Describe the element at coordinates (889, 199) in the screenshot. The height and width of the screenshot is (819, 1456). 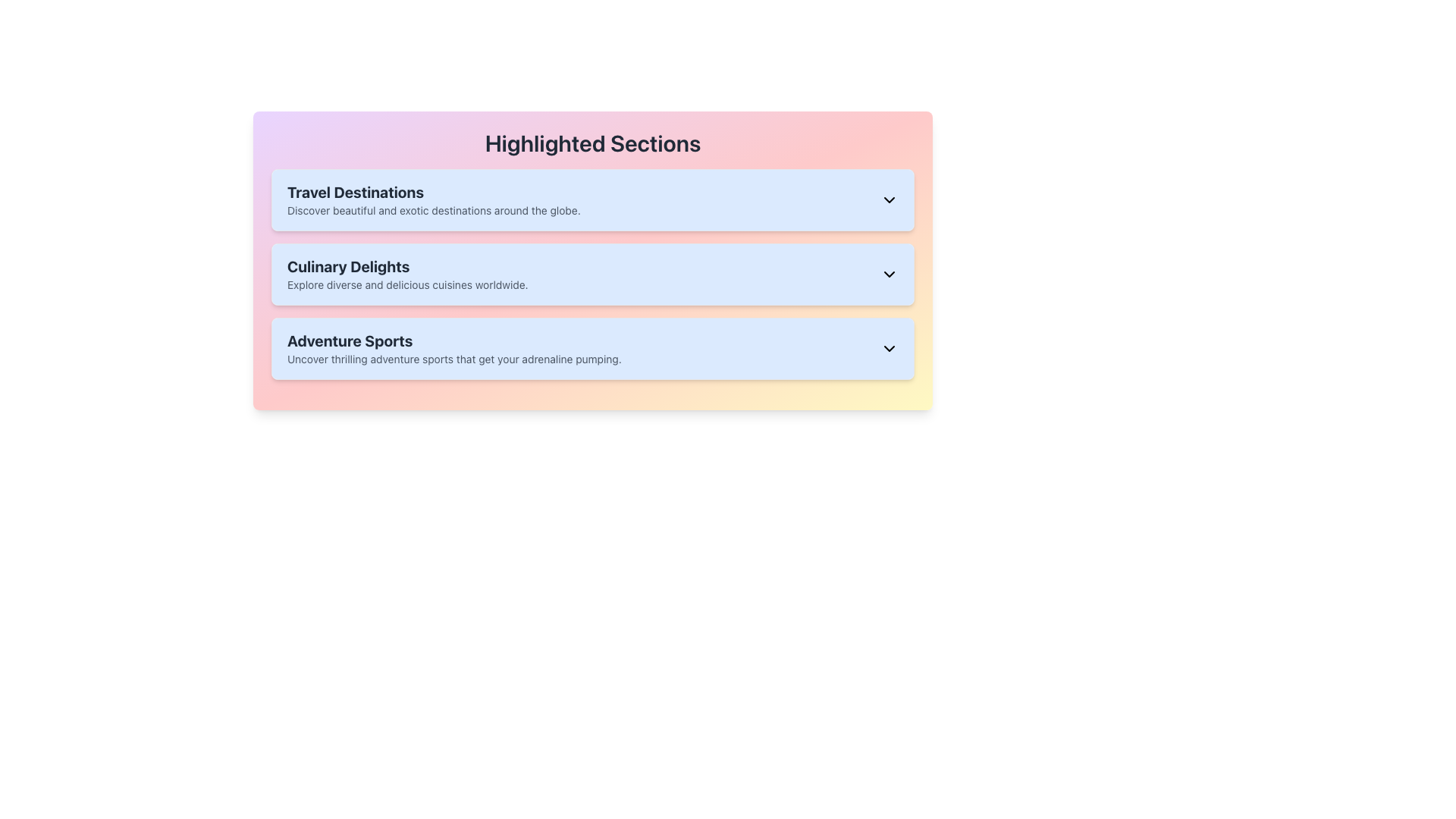
I see `the Dropdown indicator or caret icon located at the far right of the 'Travel Destinations' section` at that location.